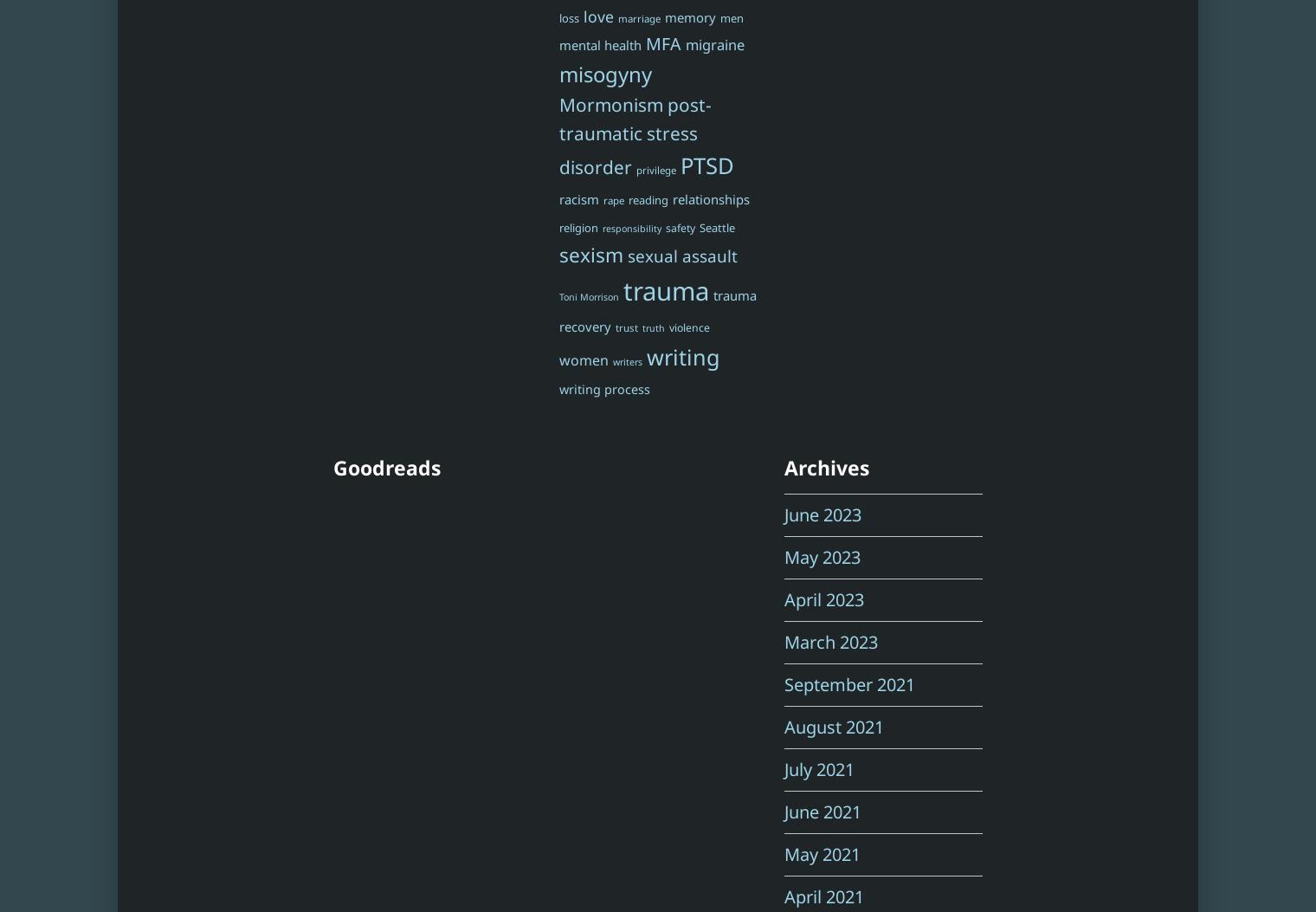 The width and height of the screenshot is (1316, 912). Describe the element at coordinates (688, 16) in the screenshot. I see `'memory'` at that location.